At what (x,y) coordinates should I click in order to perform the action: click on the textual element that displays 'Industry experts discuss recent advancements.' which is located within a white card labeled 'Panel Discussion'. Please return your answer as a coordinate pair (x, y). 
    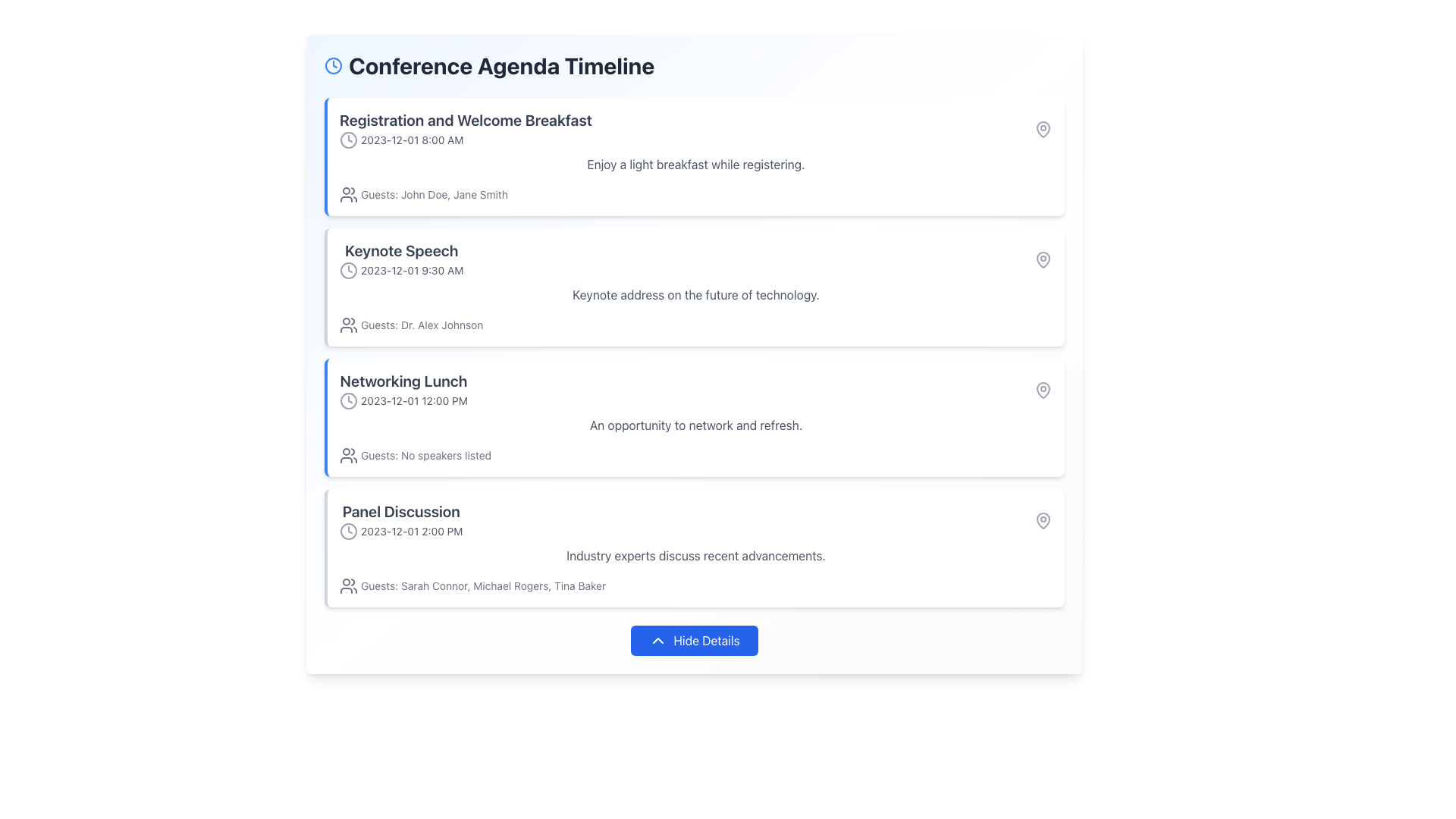
    Looking at the image, I should click on (695, 555).